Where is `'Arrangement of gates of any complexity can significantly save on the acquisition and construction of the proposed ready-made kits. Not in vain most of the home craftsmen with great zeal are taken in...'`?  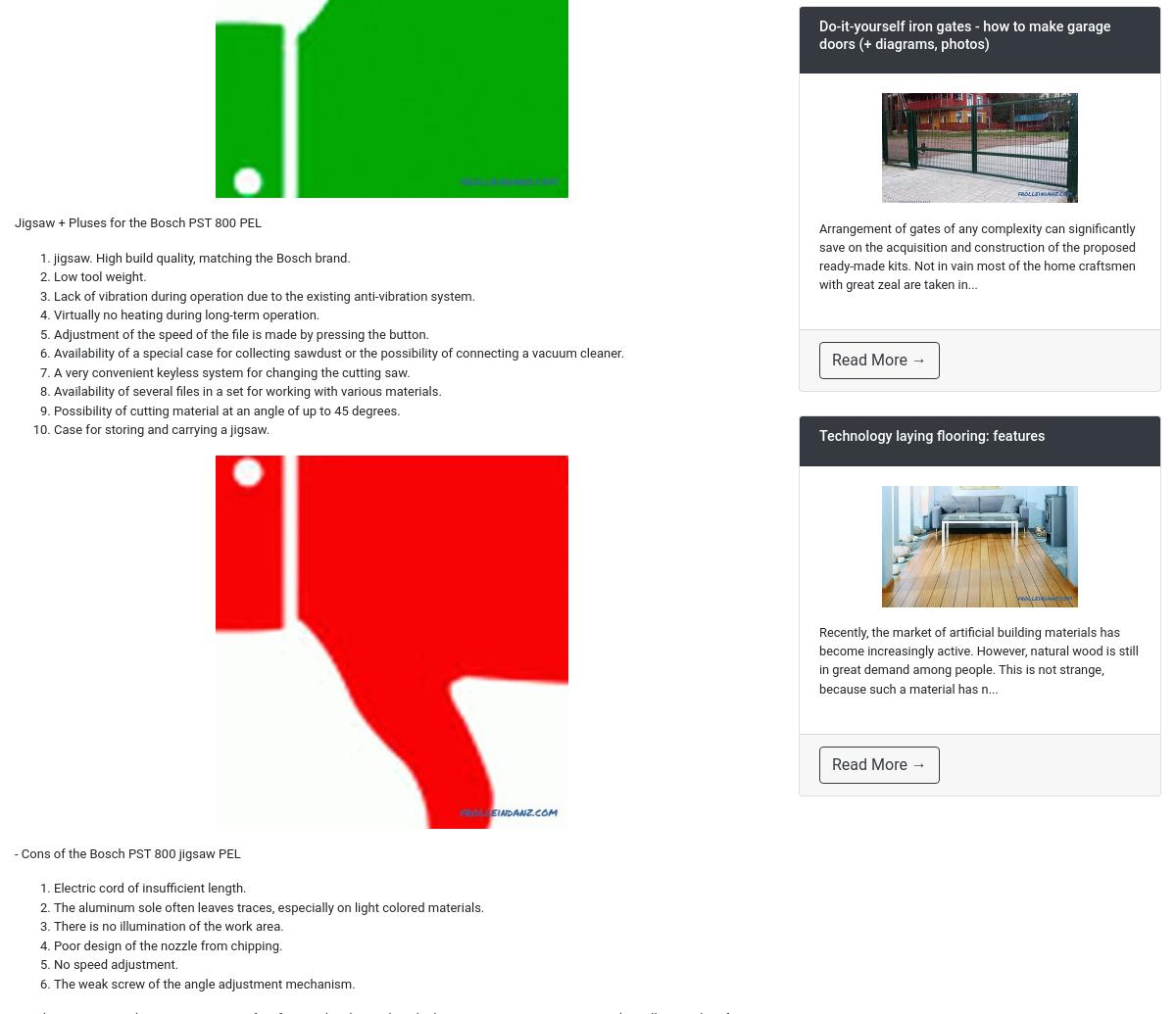
'Arrangement of gates of any complexity can significantly save on the acquisition and construction of the proposed ready-made kits. Not in vain most of the home craftsmen with great zeal are taken in...' is located at coordinates (977, 256).